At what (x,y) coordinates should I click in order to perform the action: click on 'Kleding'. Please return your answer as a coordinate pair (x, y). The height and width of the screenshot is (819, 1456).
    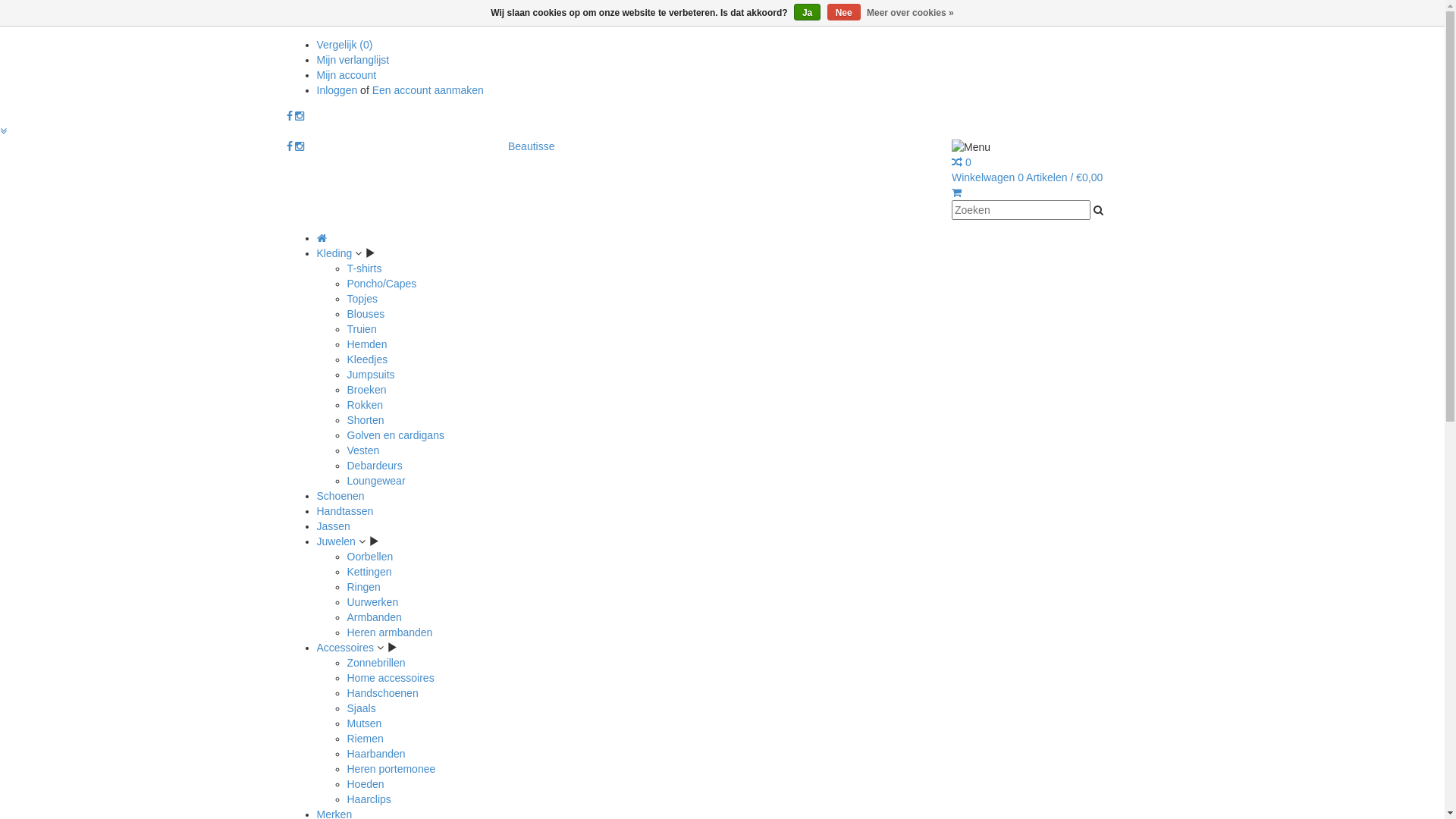
    Looking at the image, I should click on (334, 253).